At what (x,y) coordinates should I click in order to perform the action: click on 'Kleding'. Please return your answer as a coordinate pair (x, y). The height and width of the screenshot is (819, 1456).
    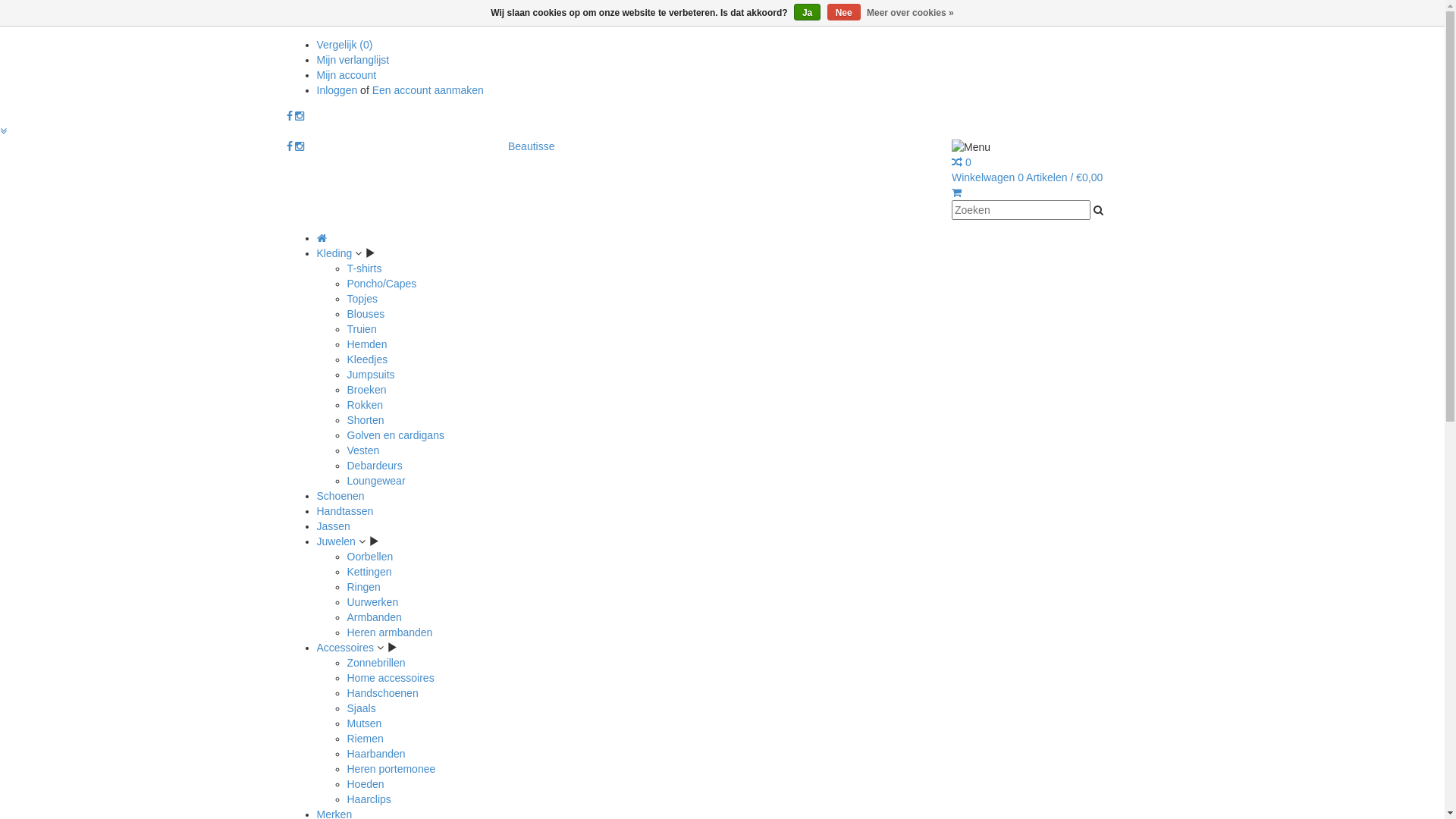
    Looking at the image, I should click on (334, 253).